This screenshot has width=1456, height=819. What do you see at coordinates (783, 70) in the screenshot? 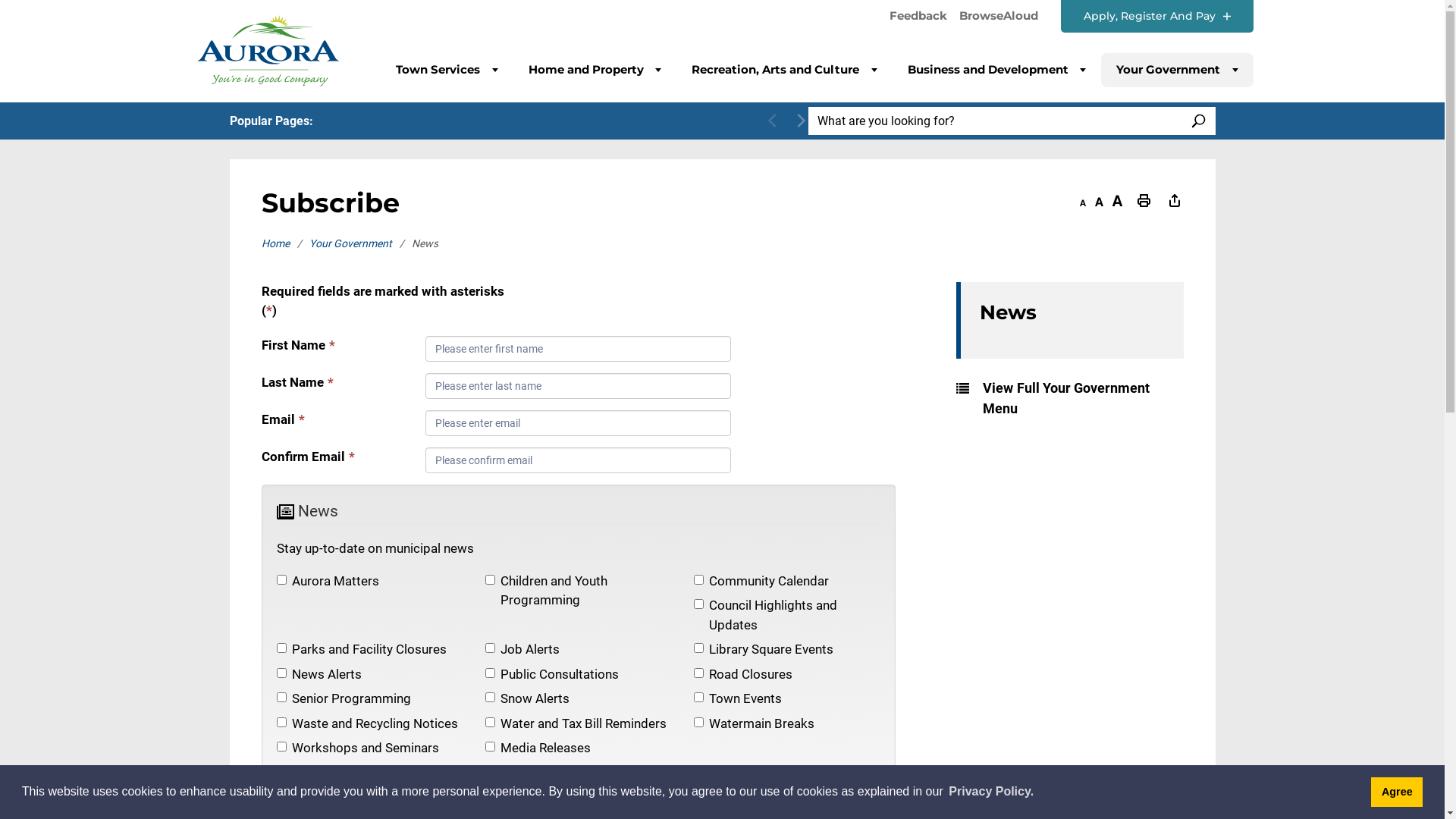
I see `'Recreation, Arts and Culture'` at bounding box center [783, 70].